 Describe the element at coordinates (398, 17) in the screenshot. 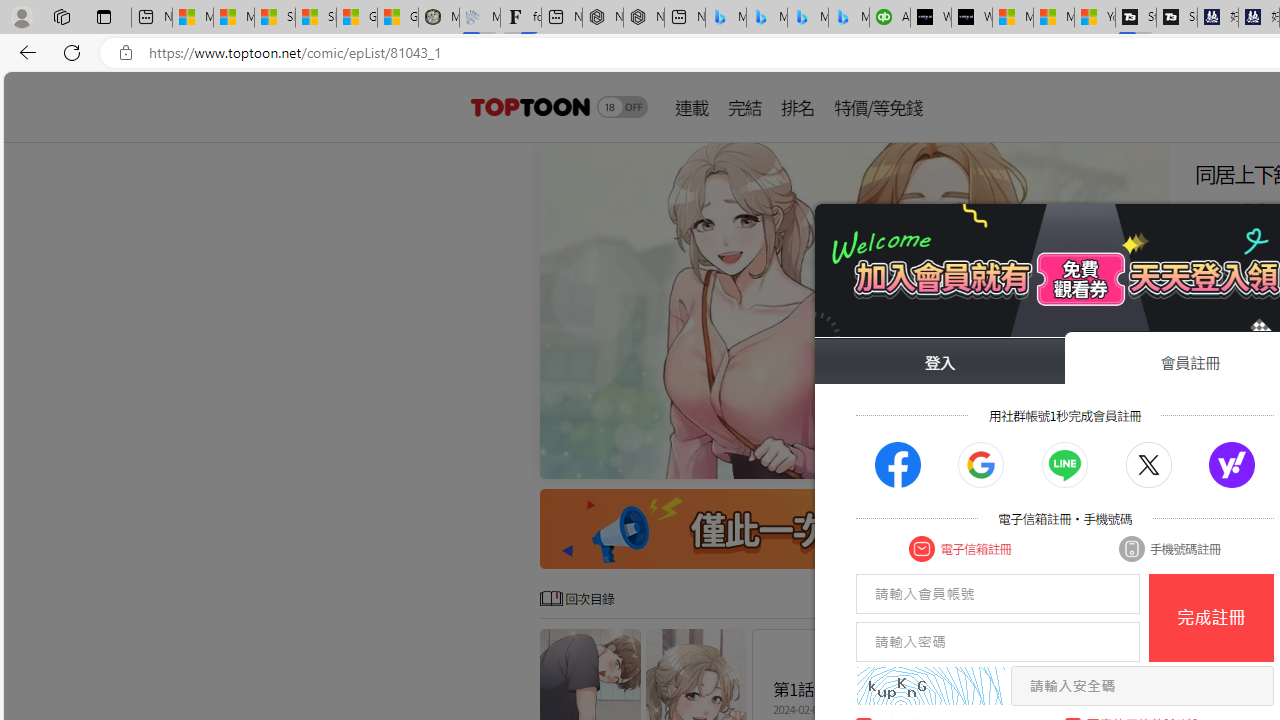

I see `'Gilma and Hector both pose tropical trouble for Hawaii'` at that location.